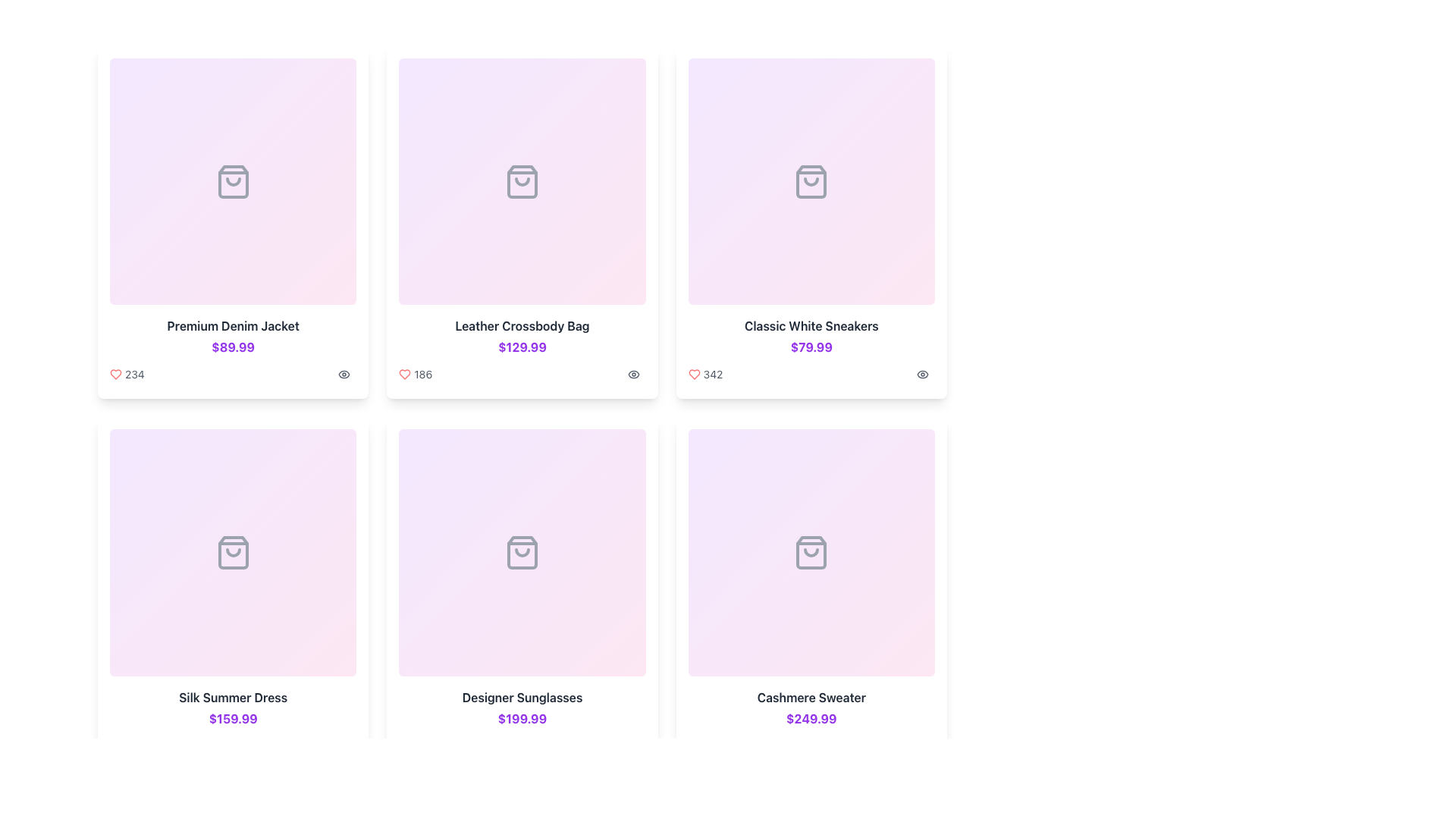 This screenshot has width=1456, height=819. What do you see at coordinates (416, 375) in the screenshot?
I see `the likes indicator for the 'Leather Crossbody Bag'` at bounding box center [416, 375].